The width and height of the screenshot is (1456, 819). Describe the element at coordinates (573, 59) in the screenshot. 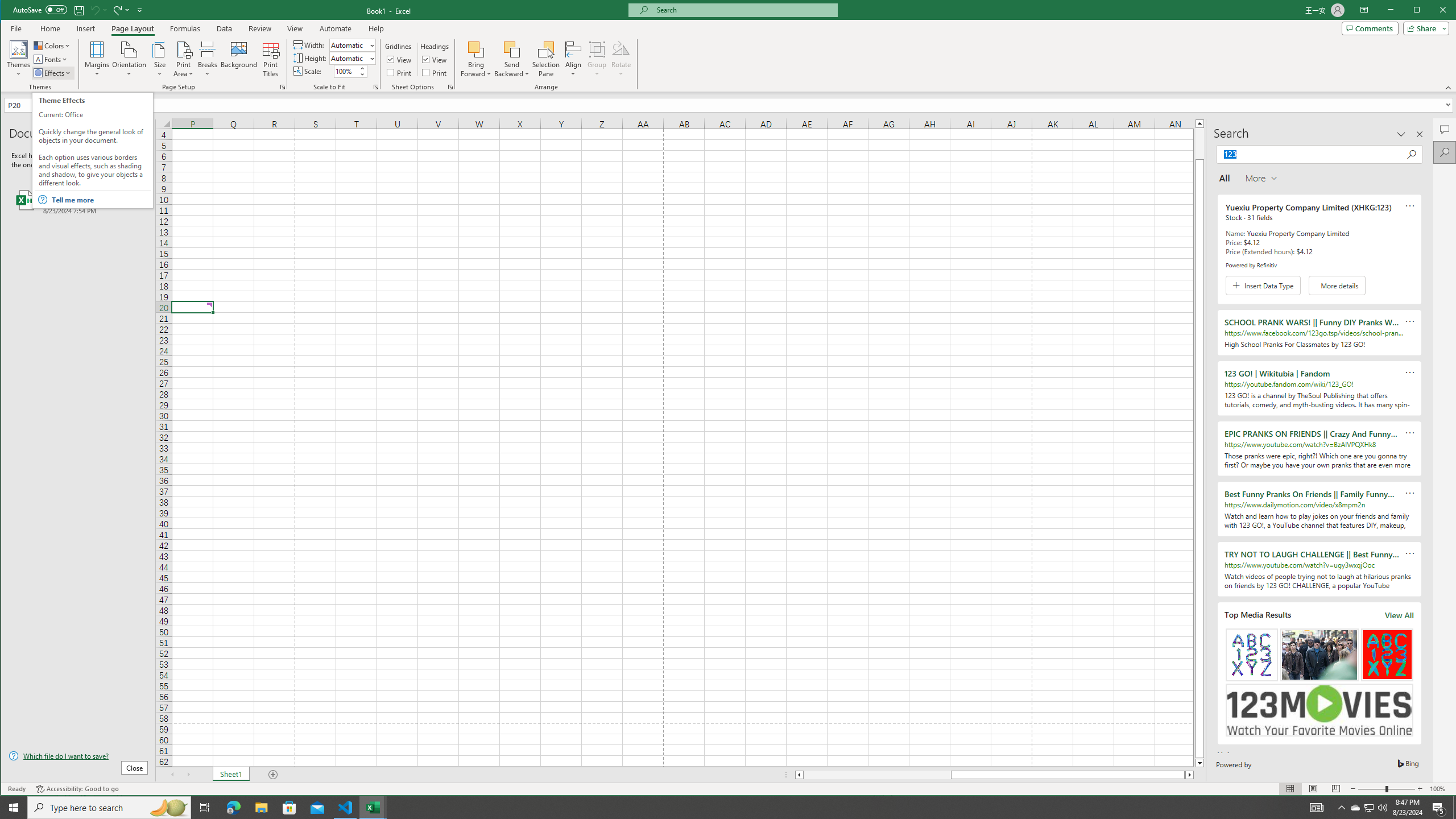

I see `'Align'` at that location.